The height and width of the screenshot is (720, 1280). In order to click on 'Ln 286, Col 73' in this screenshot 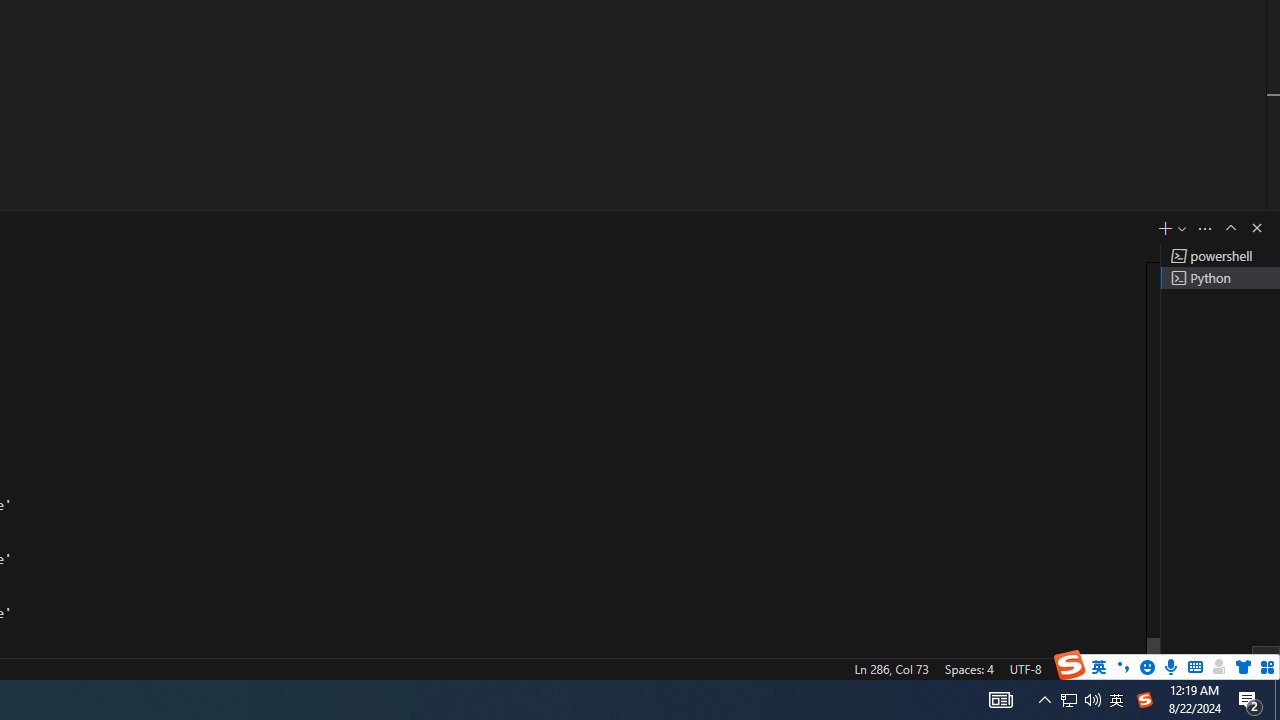, I will do `click(890, 668)`.